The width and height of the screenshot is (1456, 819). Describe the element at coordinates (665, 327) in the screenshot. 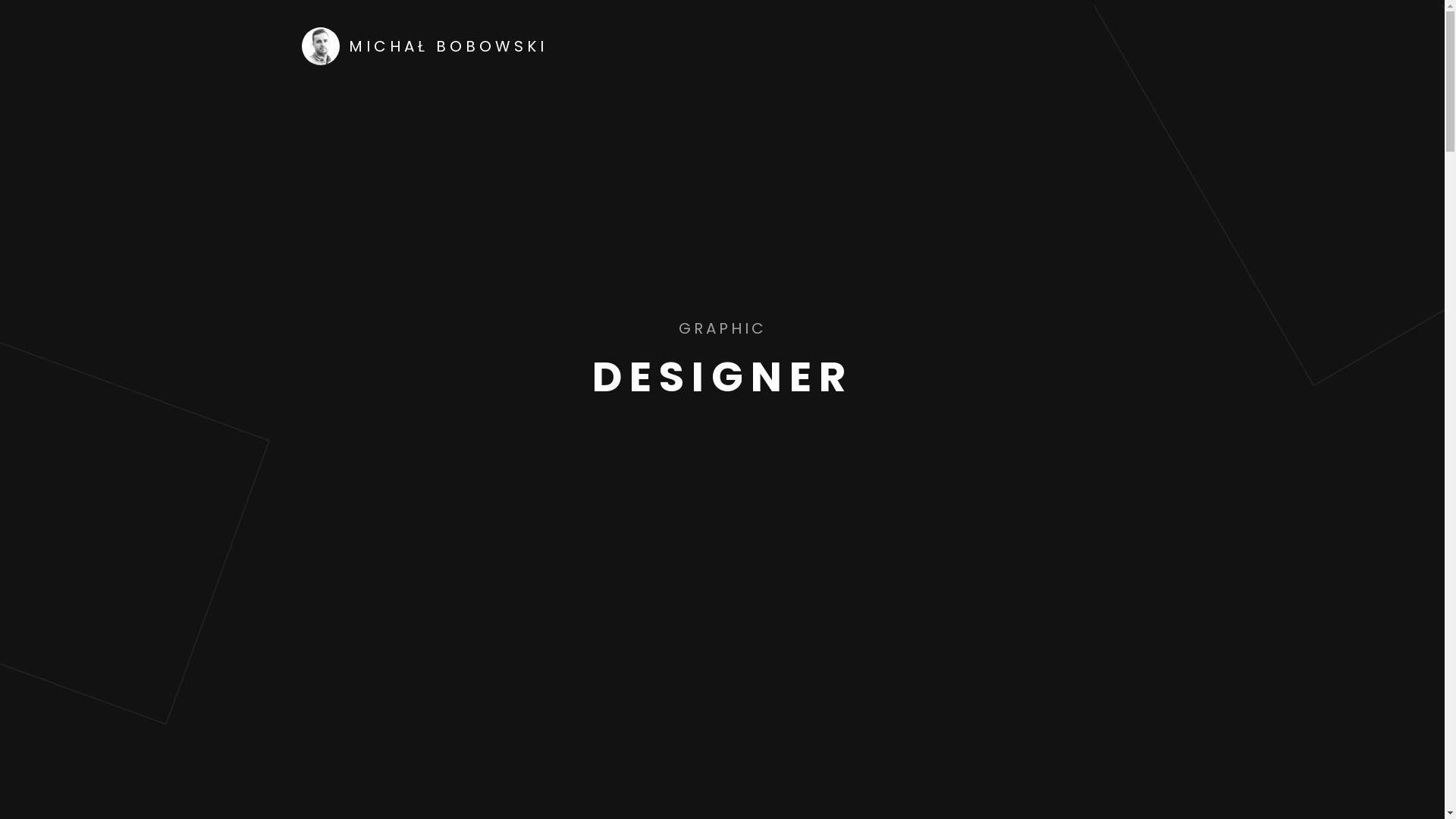

I see `'FULL STACK'` at that location.